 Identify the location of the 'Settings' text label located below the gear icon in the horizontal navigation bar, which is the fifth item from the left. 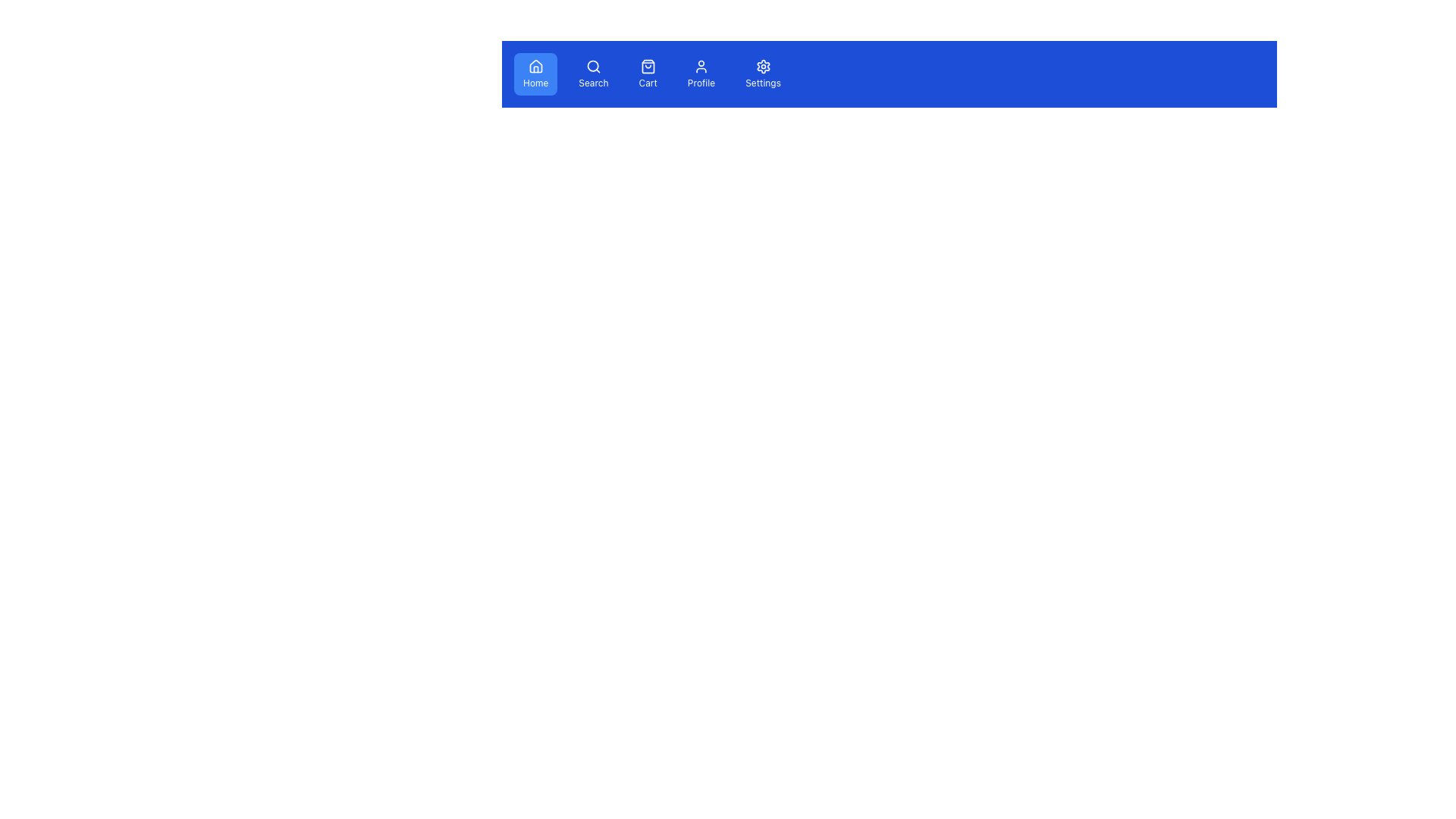
(763, 83).